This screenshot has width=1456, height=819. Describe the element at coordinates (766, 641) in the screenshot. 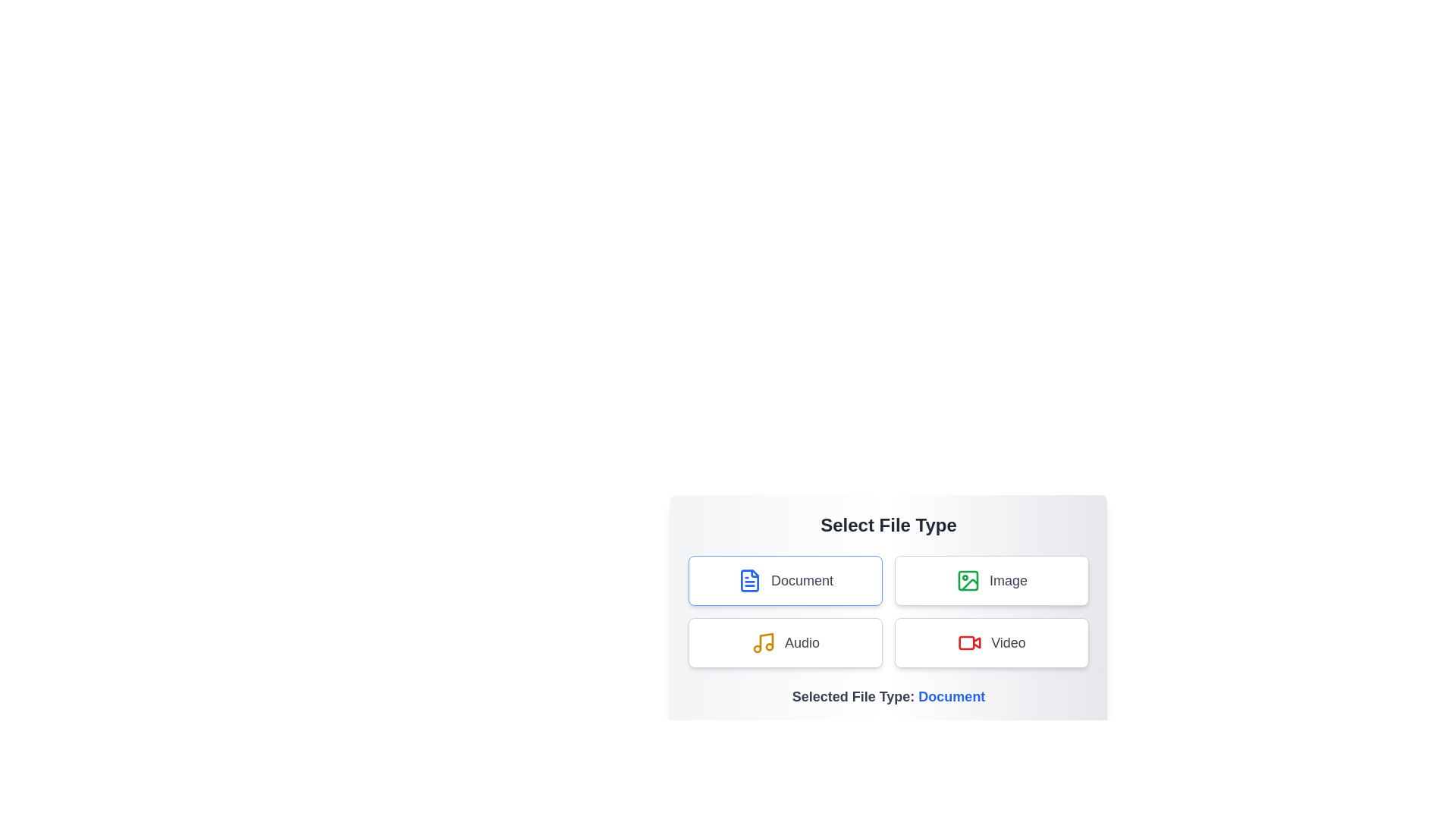

I see `the vertical line element representing the music note's stem` at that location.